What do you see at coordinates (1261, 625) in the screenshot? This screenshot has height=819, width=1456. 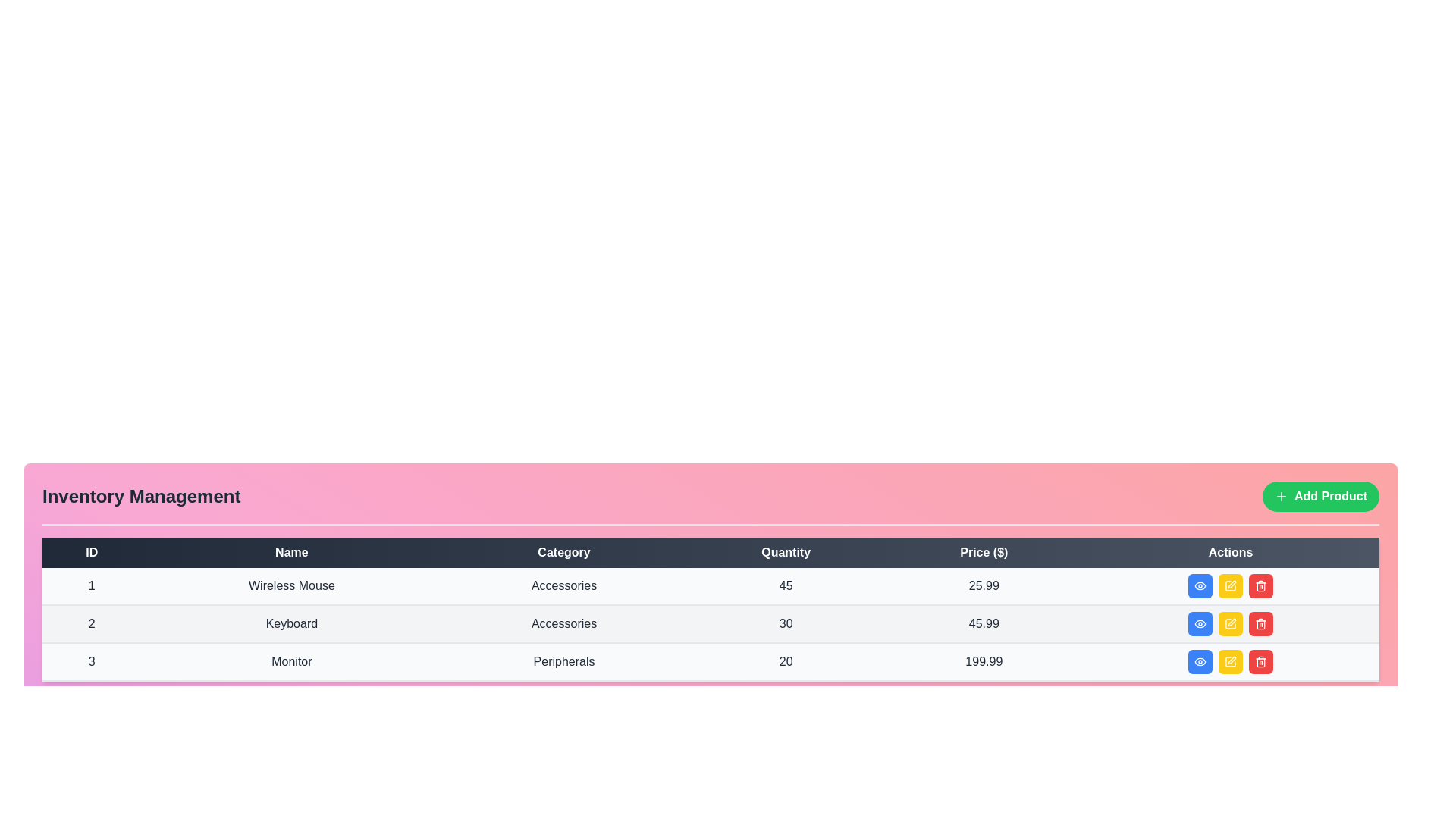 I see `the delete action icon in the third button group of the 'Actions' column for the 'Monitor' entry in the table` at bounding box center [1261, 625].